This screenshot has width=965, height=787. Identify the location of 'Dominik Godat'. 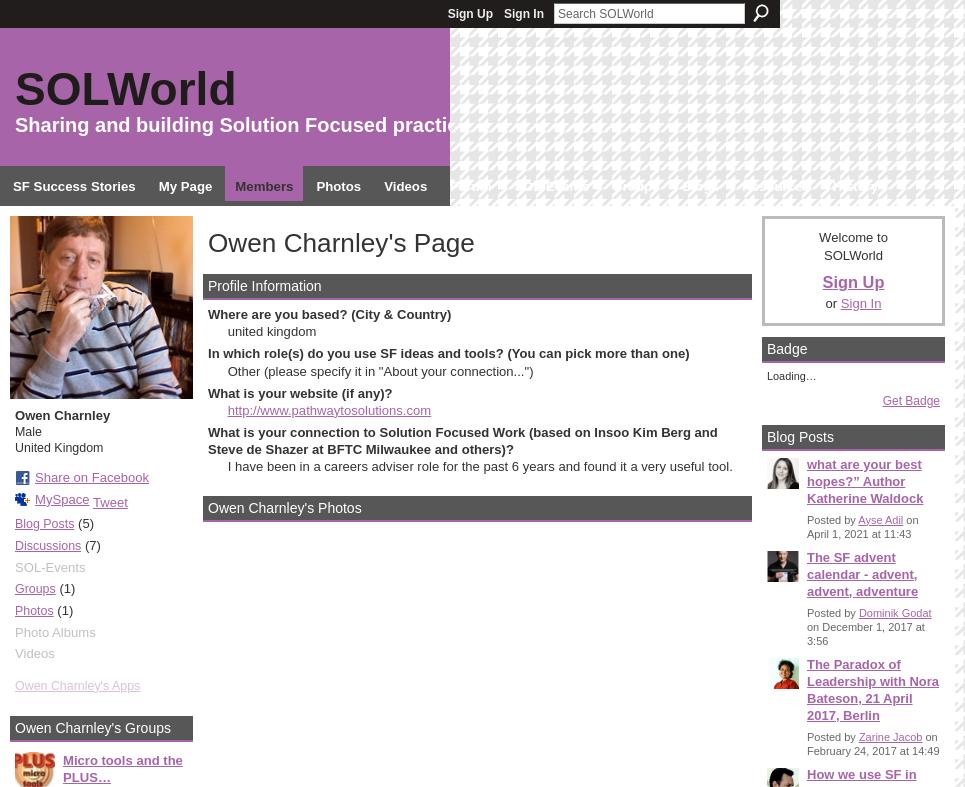
(893, 610).